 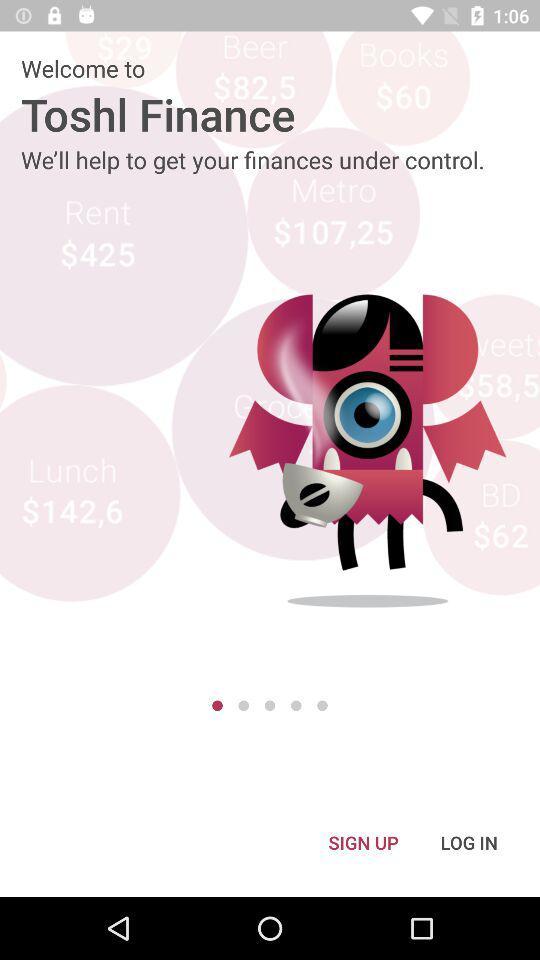 I want to click on sign up item, so click(x=362, y=841).